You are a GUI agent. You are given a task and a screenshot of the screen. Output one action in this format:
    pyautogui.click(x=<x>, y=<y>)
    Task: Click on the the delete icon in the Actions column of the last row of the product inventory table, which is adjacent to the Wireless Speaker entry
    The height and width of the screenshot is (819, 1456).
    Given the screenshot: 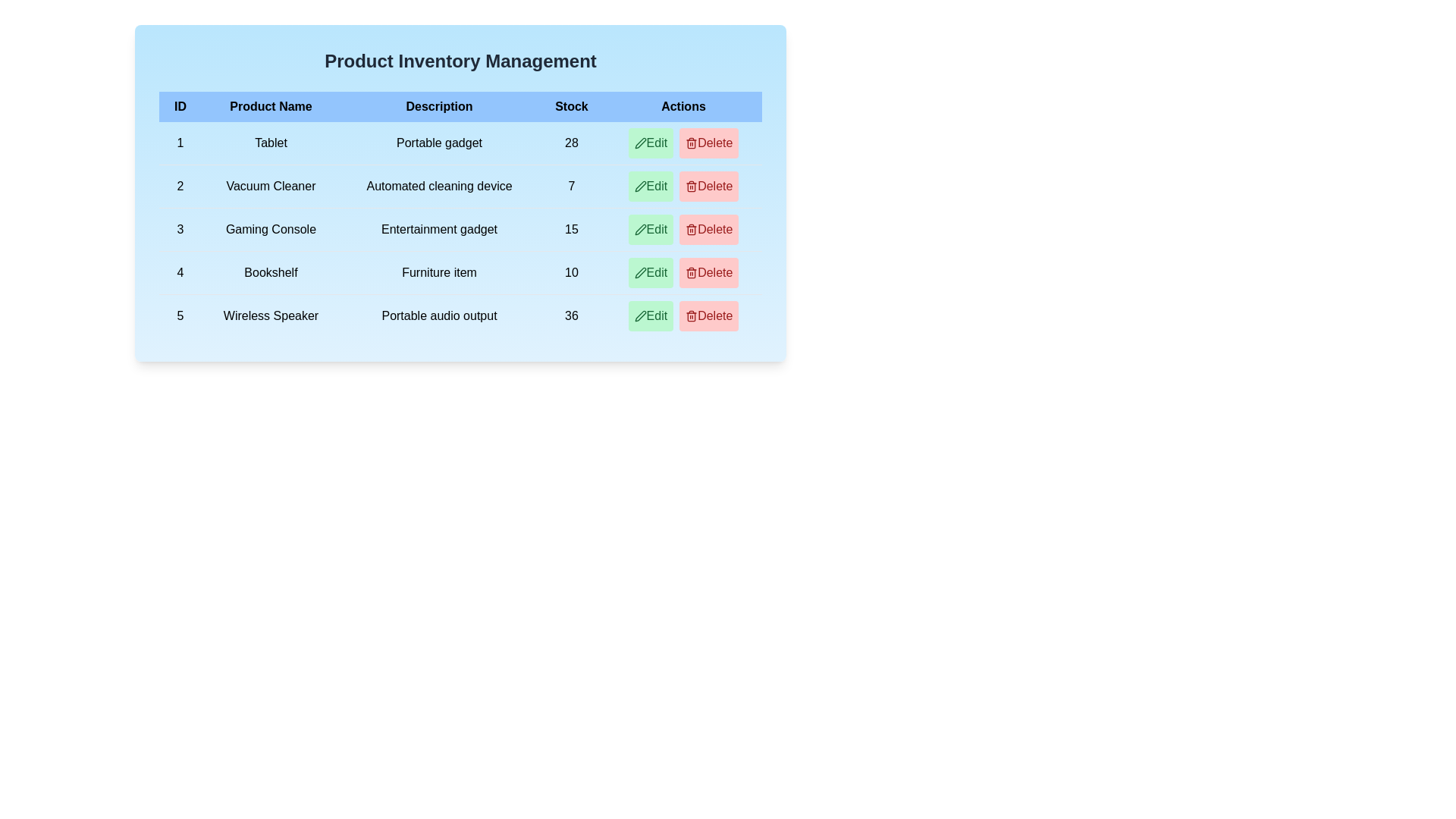 What is the action you would take?
    pyautogui.click(x=691, y=315)
    